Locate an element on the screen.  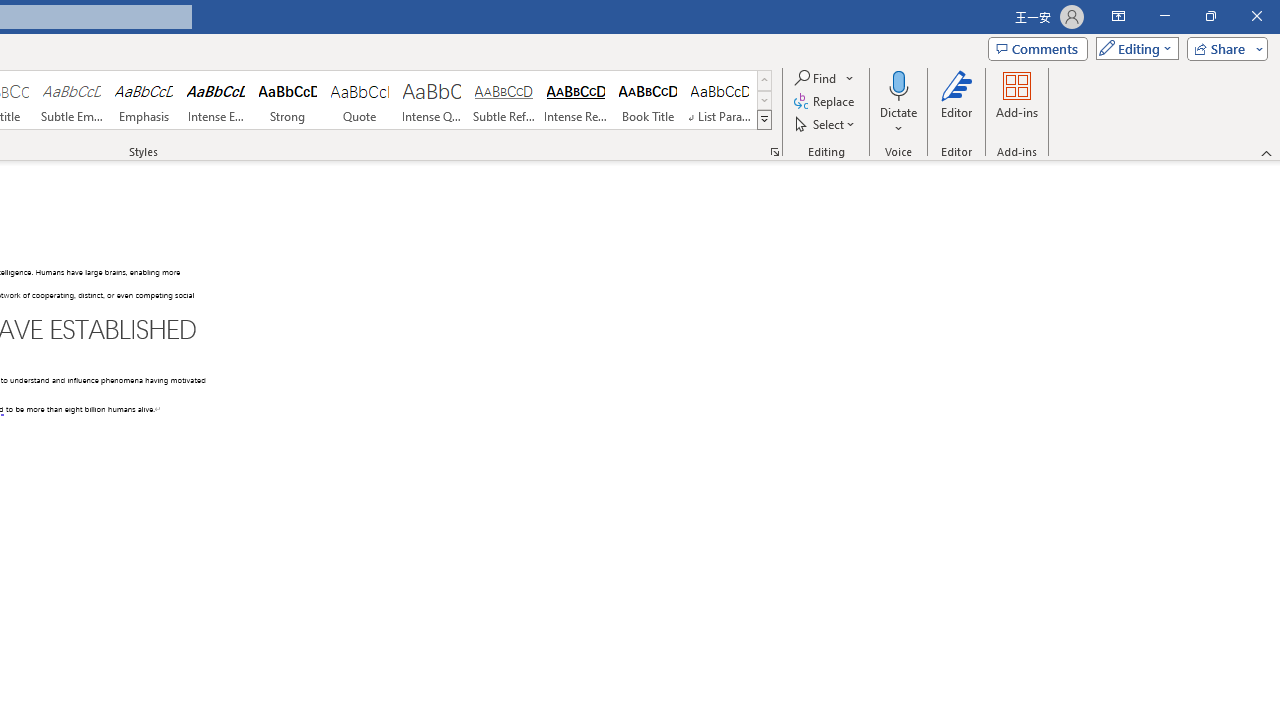
'Subtle Reference' is located at coordinates (504, 100).